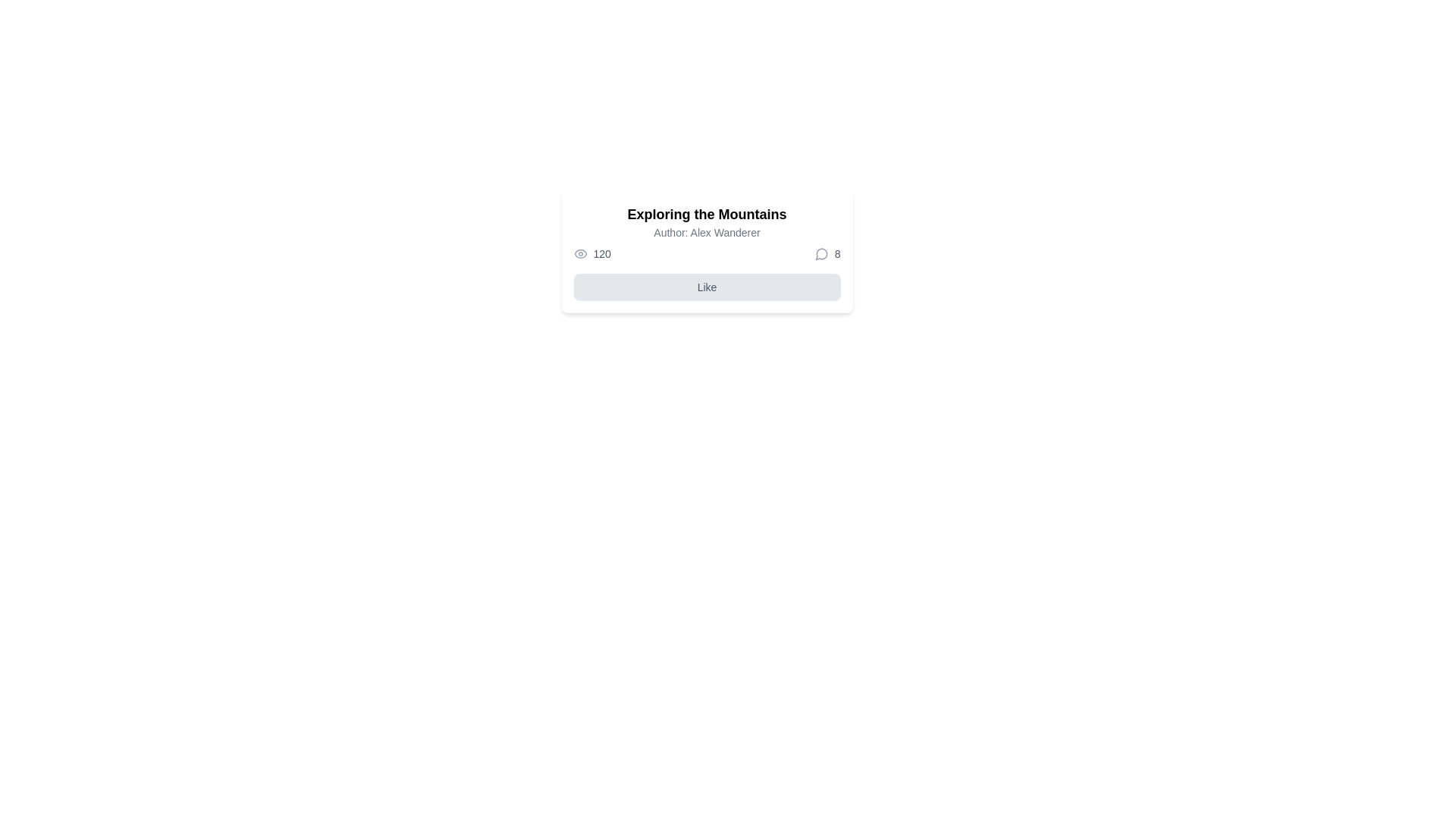 This screenshot has height=819, width=1456. Describe the element at coordinates (706, 287) in the screenshot. I see `the 'Like' button, which is a horizontally-aligned rectangular button with rounded corners, light gray background, and centered text` at that location.